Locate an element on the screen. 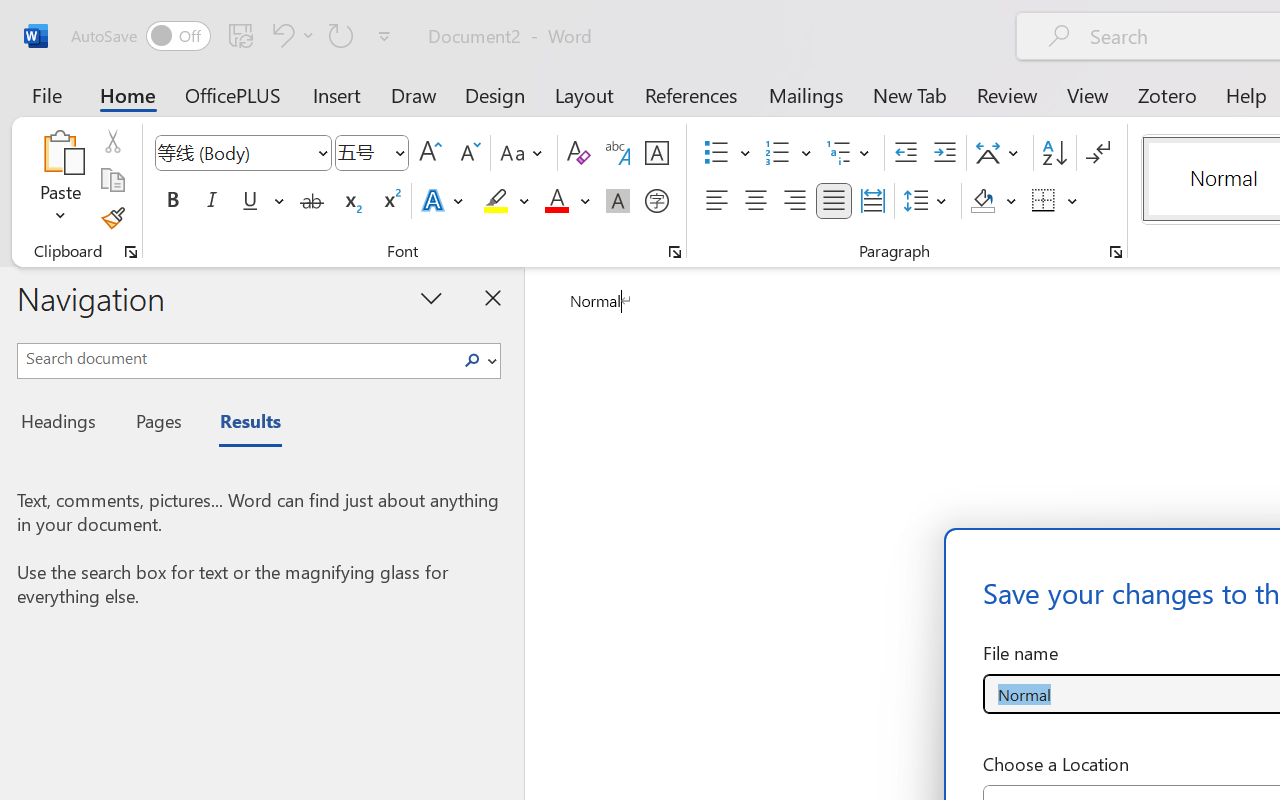  'Search' is located at coordinates (471, 360).